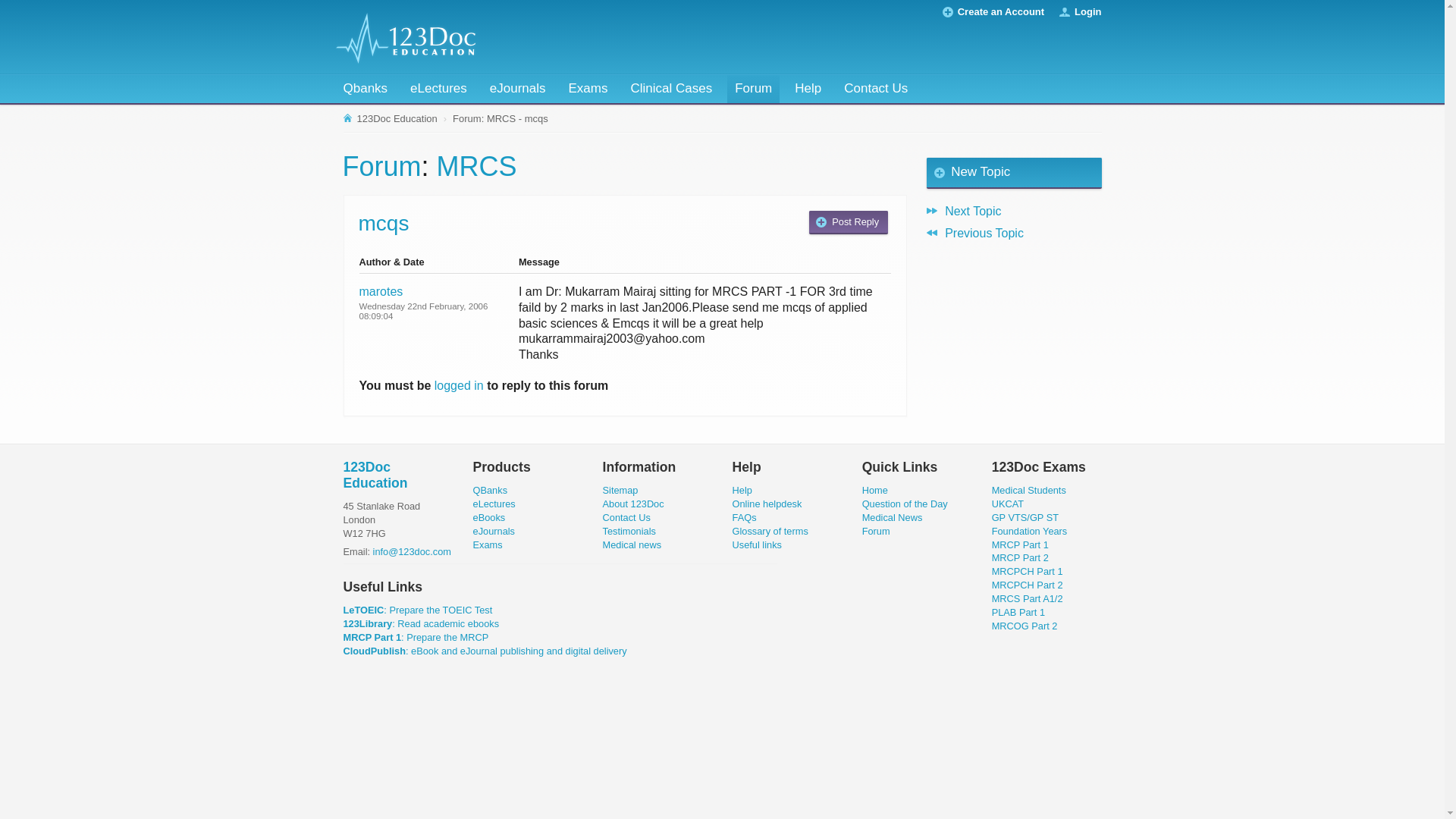 This screenshot has height=819, width=1456. What do you see at coordinates (620, 490) in the screenshot?
I see `'Sitemap'` at bounding box center [620, 490].